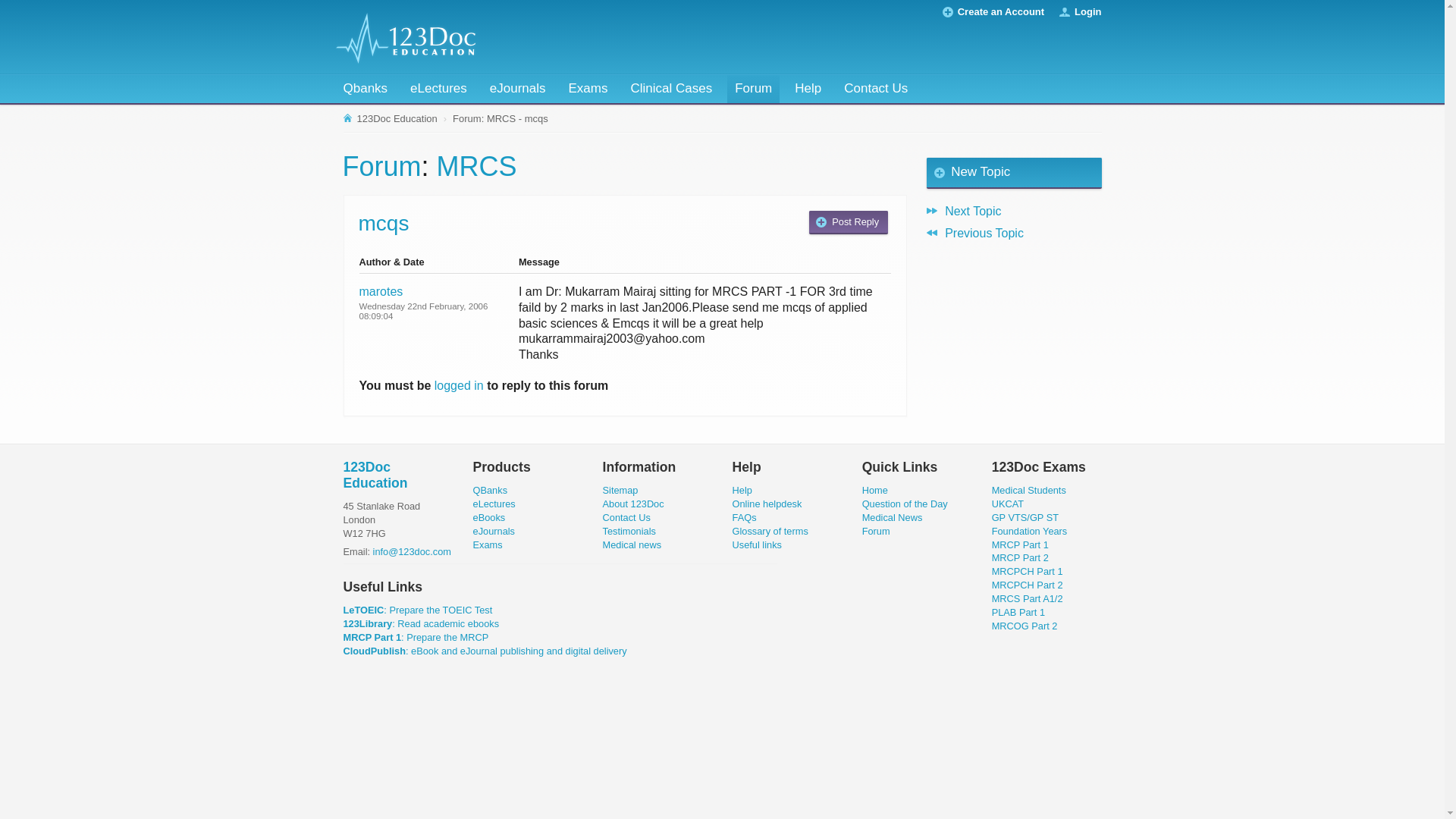 This screenshot has height=819, width=1456. What do you see at coordinates (620, 490) in the screenshot?
I see `'Sitemap'` at bounding box center [620, 490].